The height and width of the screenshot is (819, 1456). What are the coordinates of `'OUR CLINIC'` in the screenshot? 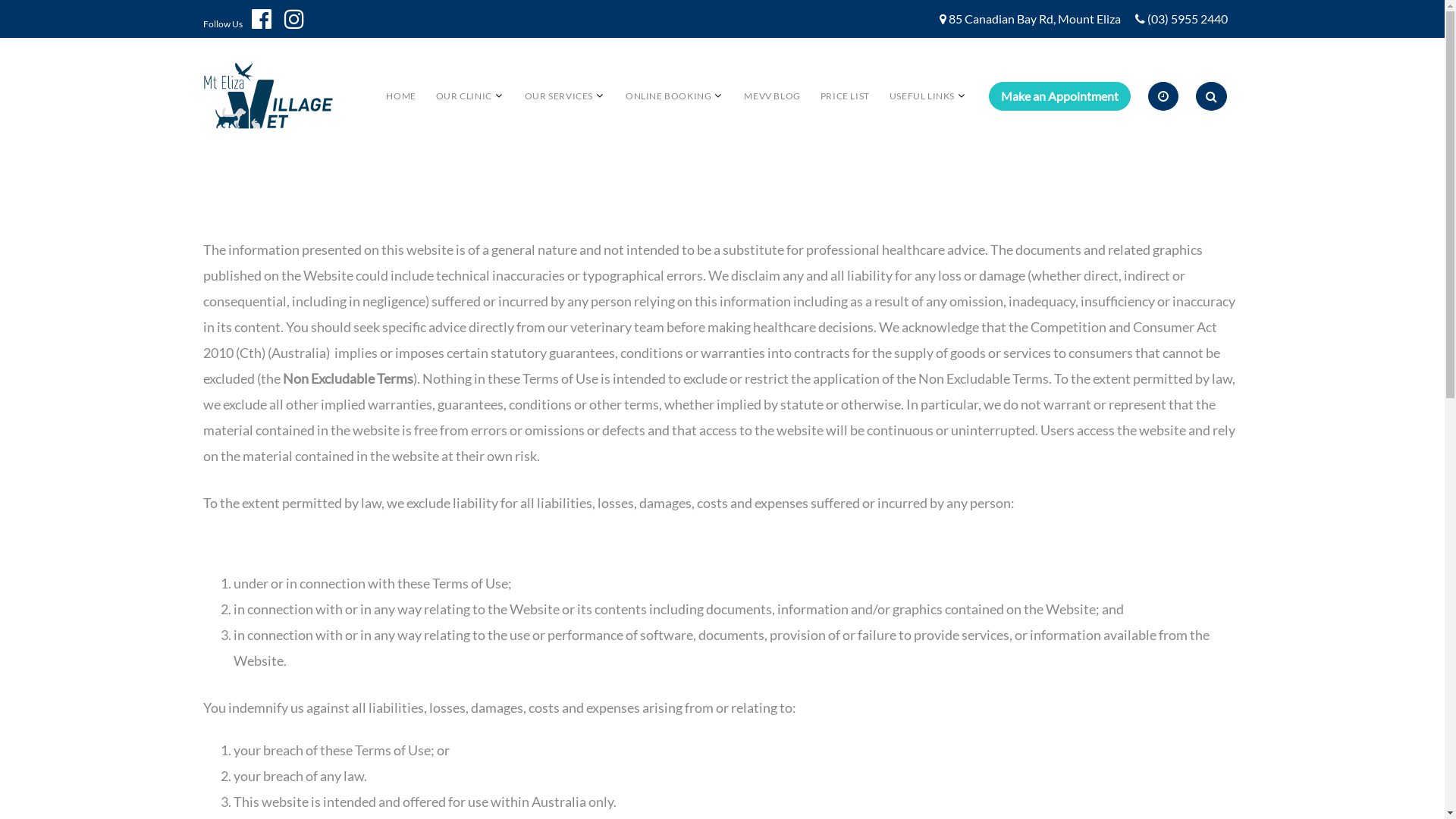 It's located at (463, 96).